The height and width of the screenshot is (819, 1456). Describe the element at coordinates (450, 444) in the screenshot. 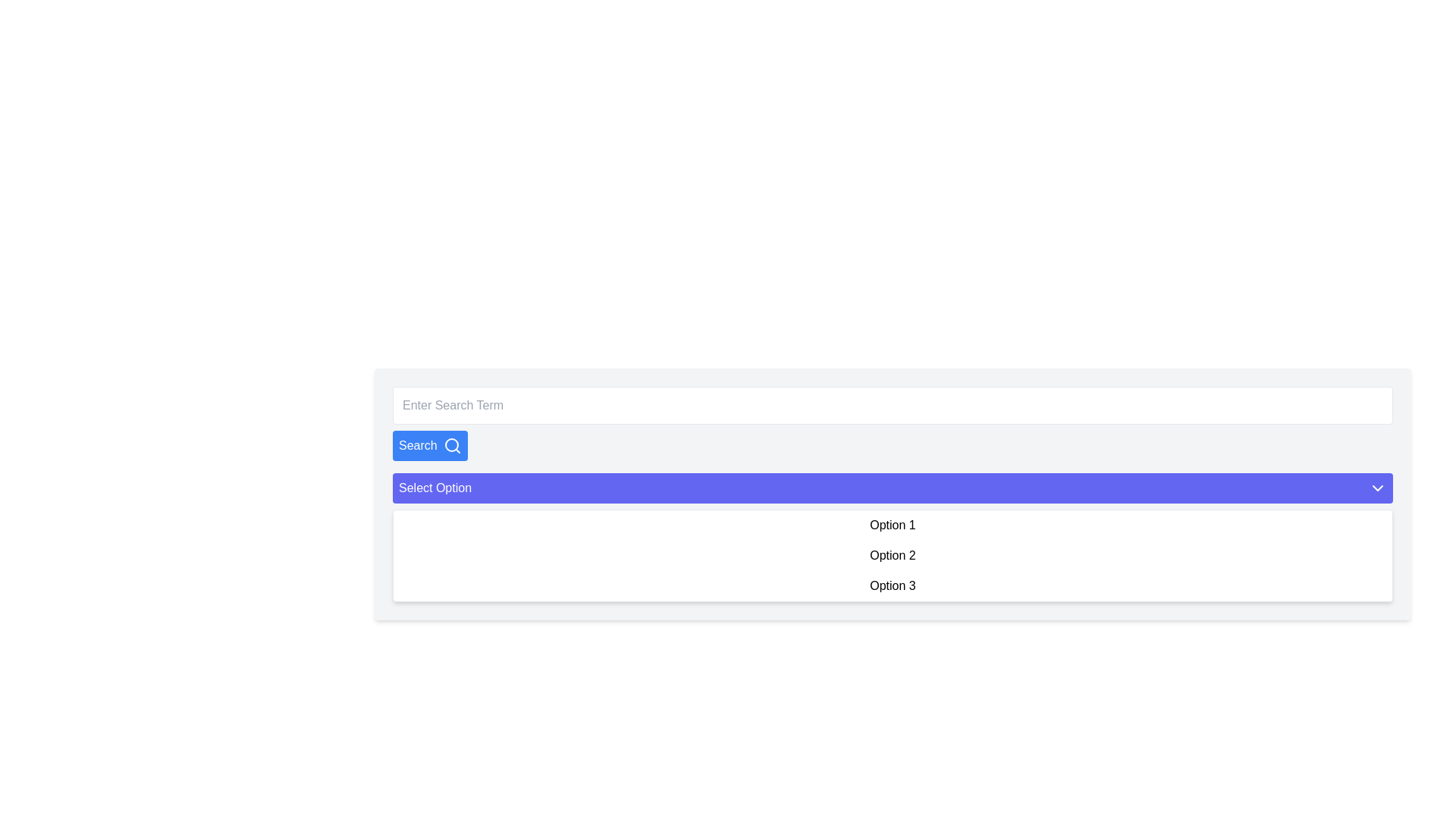

I see `the circular part of the magnifying glass icon, which is located on the left side of the 'Search' button text` at that location.